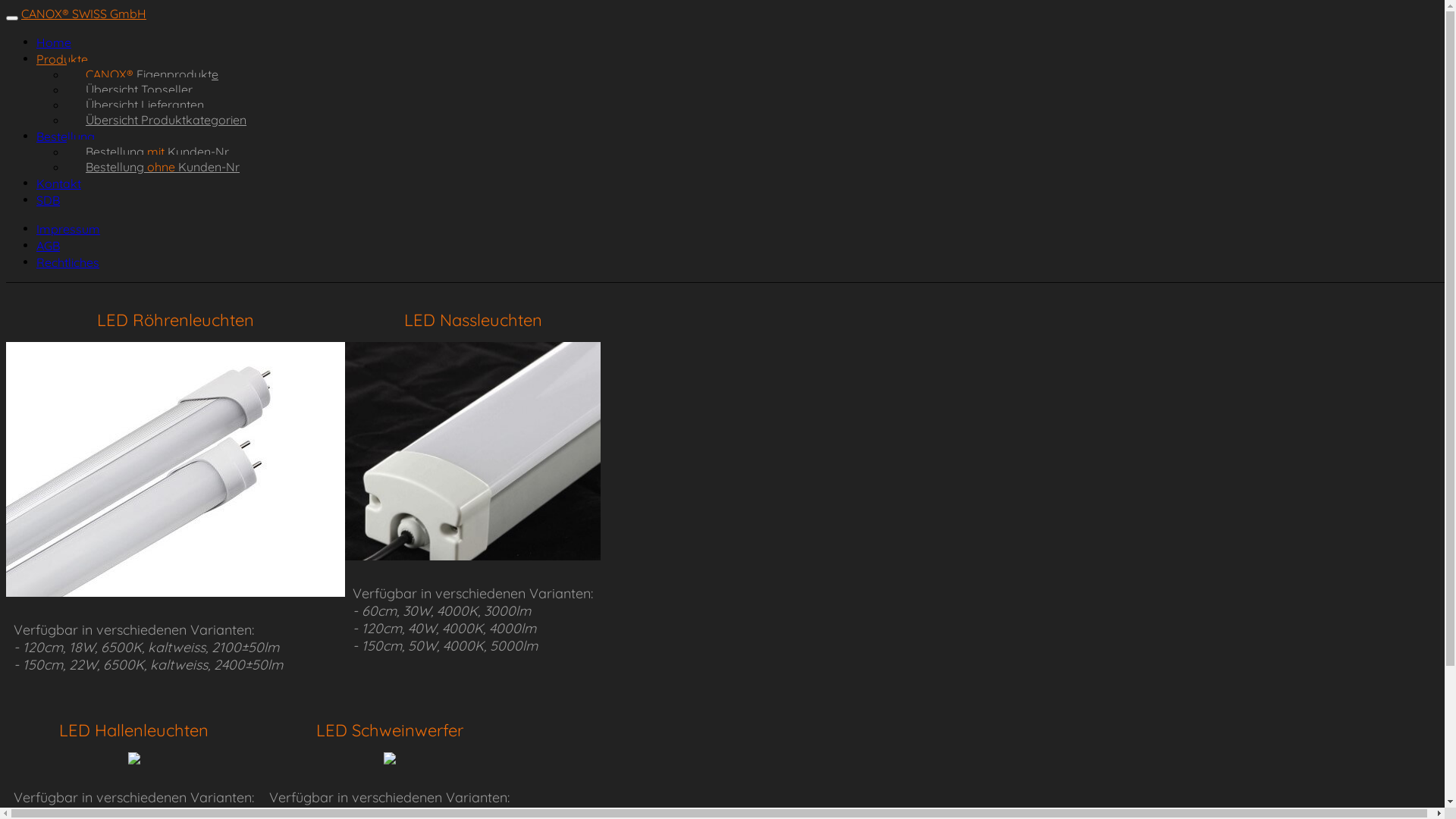 Image resolution: width=1456 pixels, height=819 pixels. I want to click on 'Impressum', so click(67, 228).